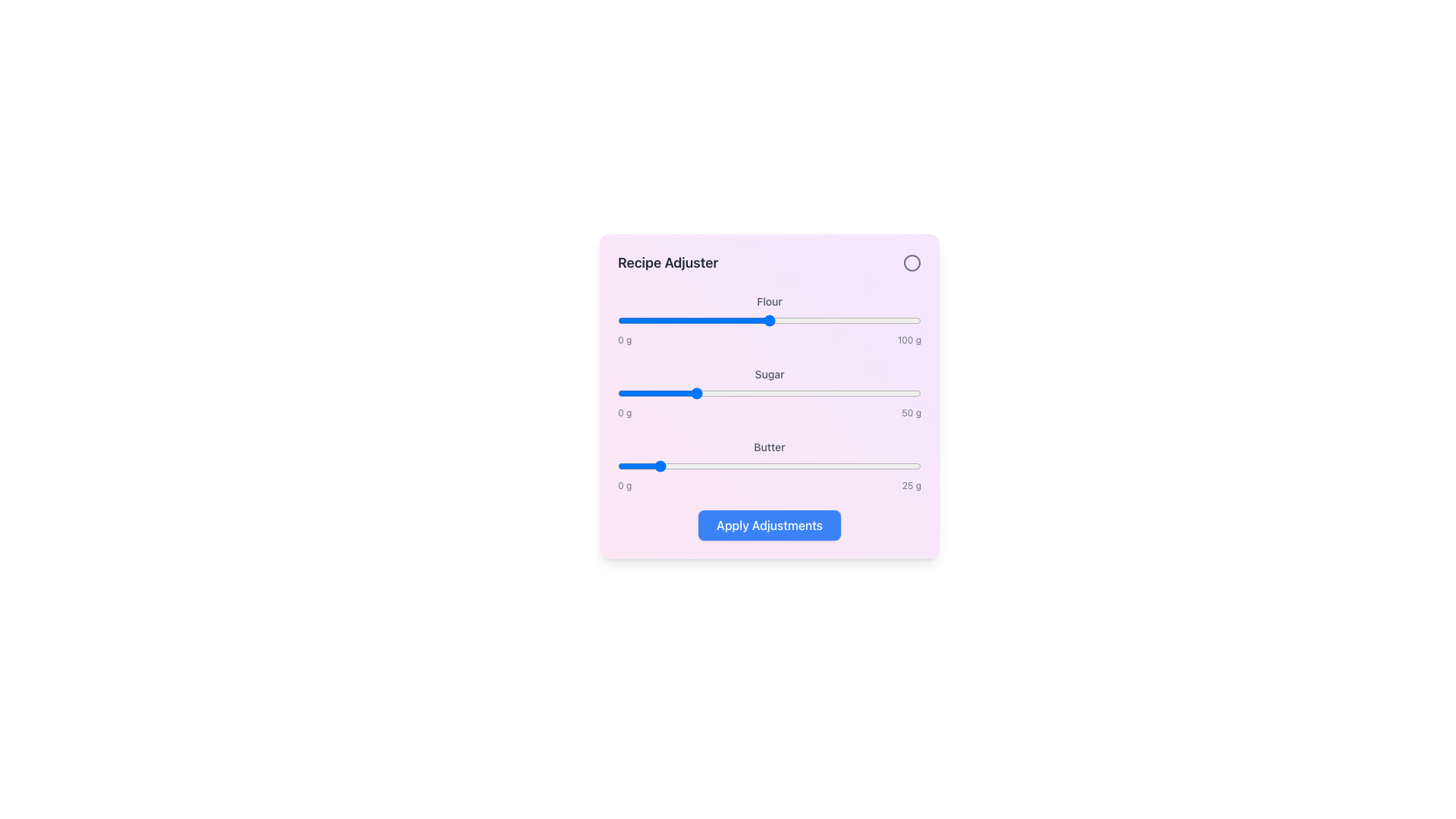 The width and height of the screenshot is (1456, 819). Describe the element at coordinates (705, 320) in the screenshot. I see `the slider value` at that location.